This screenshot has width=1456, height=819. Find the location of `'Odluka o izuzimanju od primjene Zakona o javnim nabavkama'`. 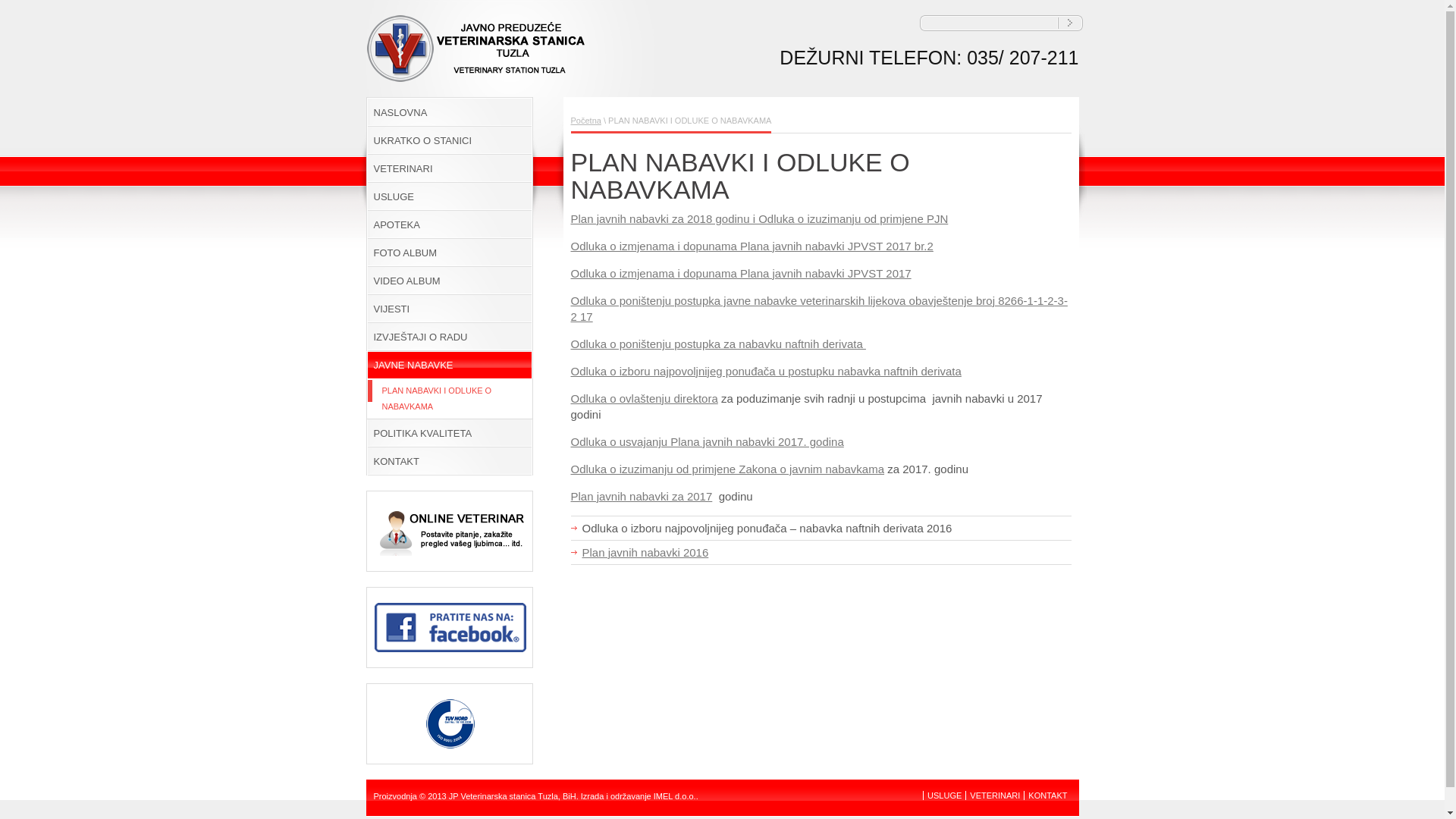

'Odluka o izuzimanju od primjene Zakona o javnim nabavkama' is located at coordinates (726, 468).